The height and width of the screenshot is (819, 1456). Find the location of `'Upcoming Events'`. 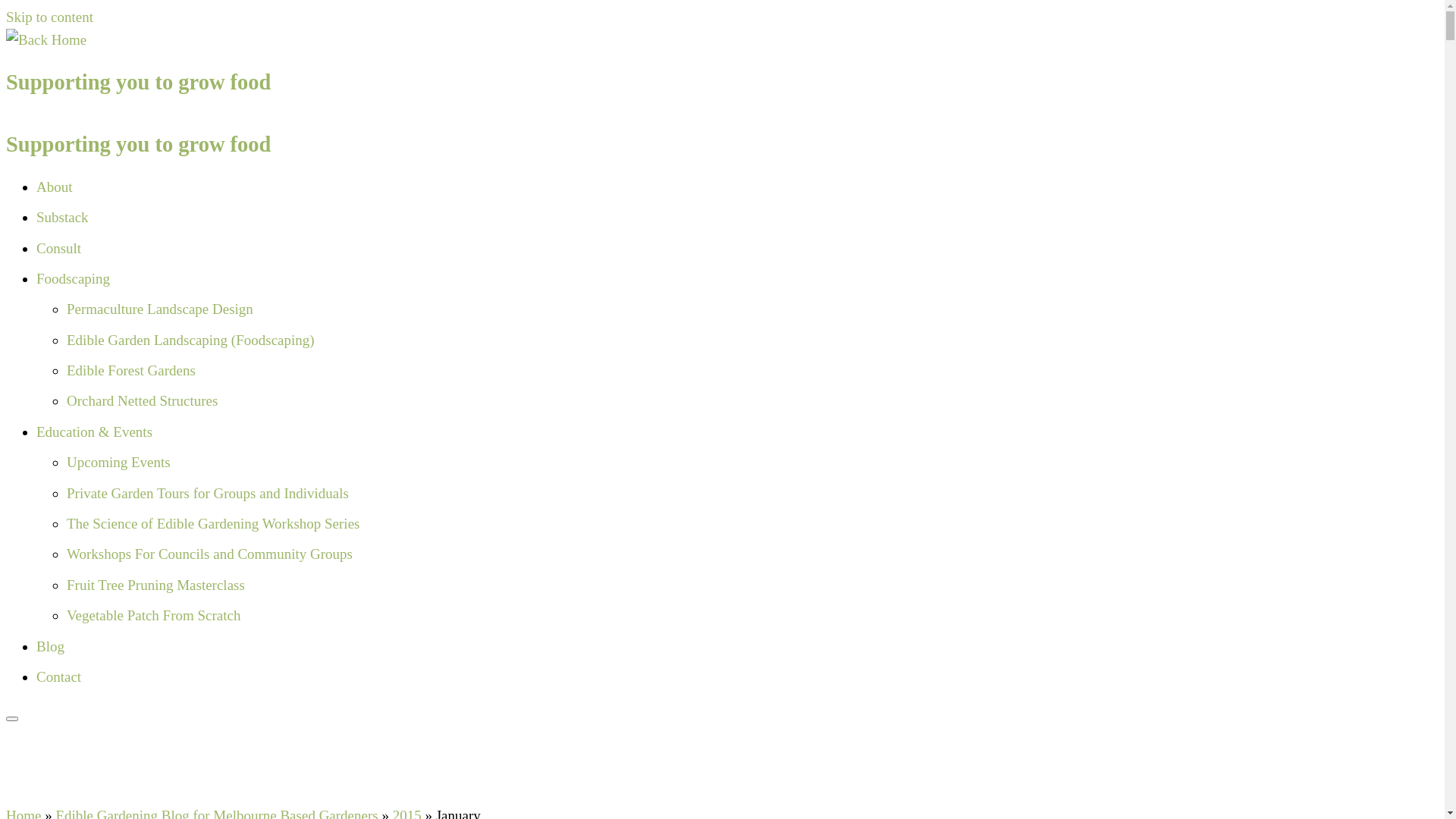

'Upcoming Events' is located at coordinates (118, 461).